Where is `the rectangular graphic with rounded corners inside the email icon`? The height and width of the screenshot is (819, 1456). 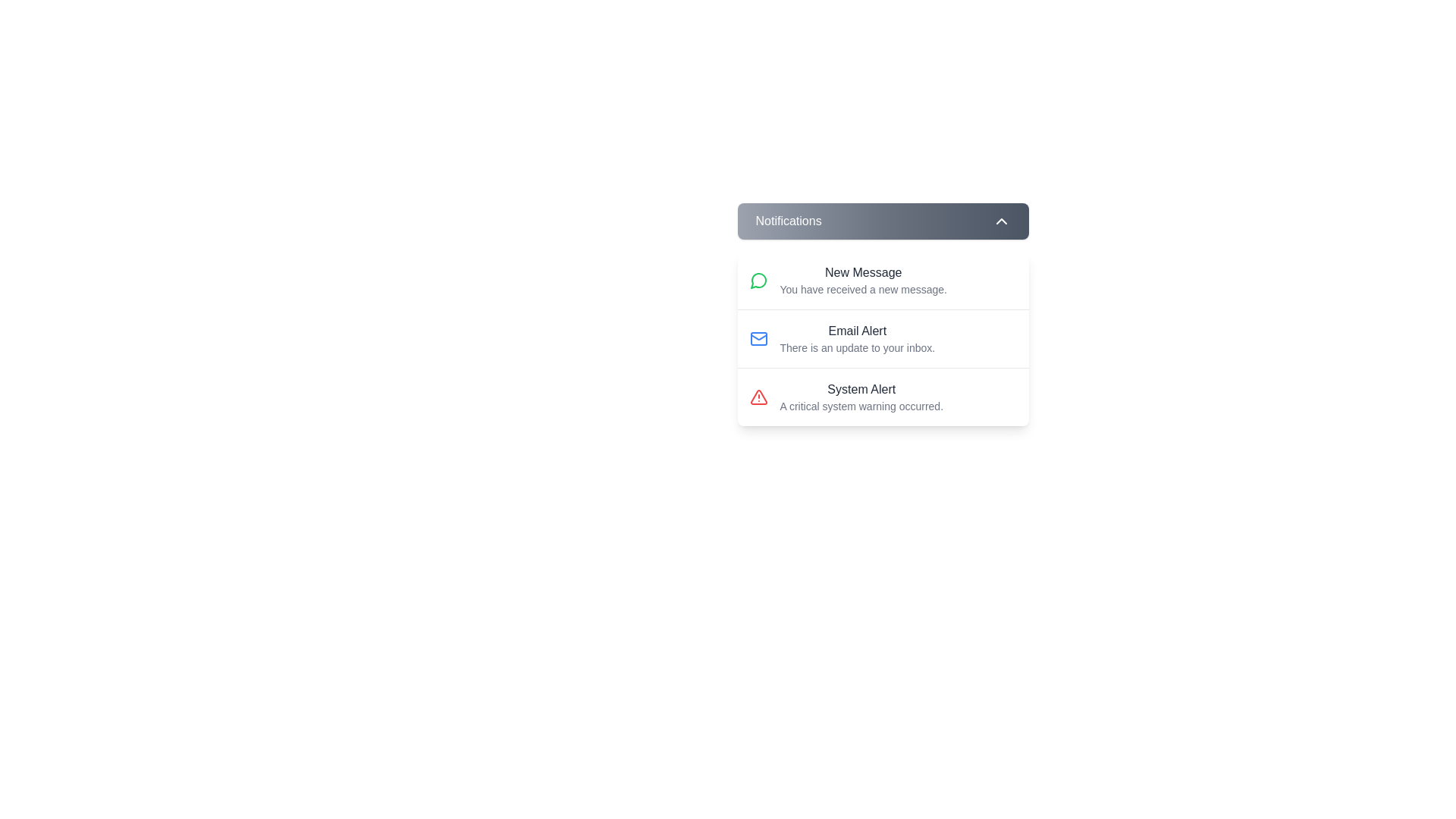 the rectangular graphic with rounded corners inside the email icon is located at coordinates (758, 338).